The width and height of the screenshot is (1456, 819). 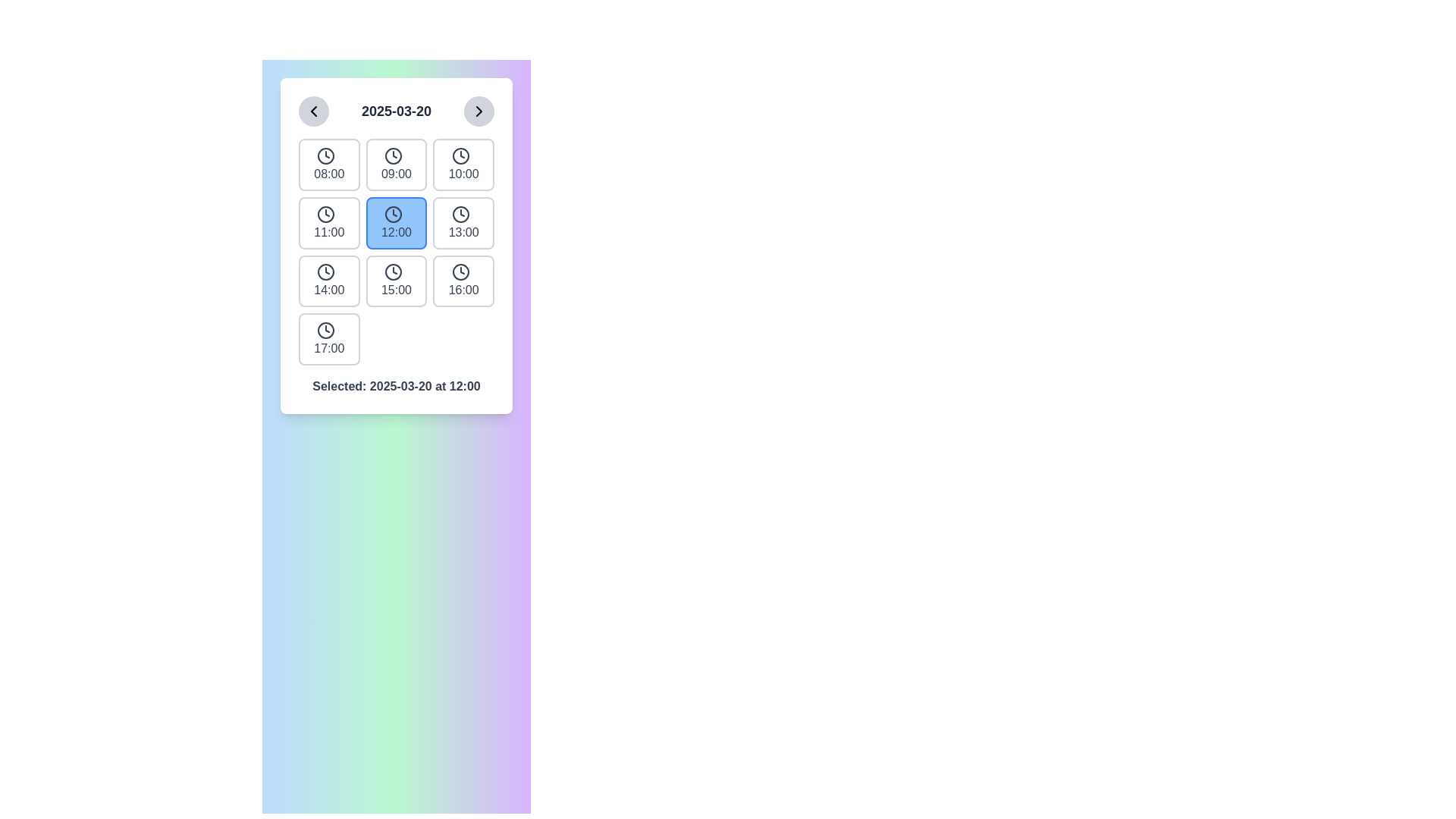 I want to click on the SVG clock icon located in the center panel of the schedule interface, next to the text '12:00', so click(x=393, y=214).